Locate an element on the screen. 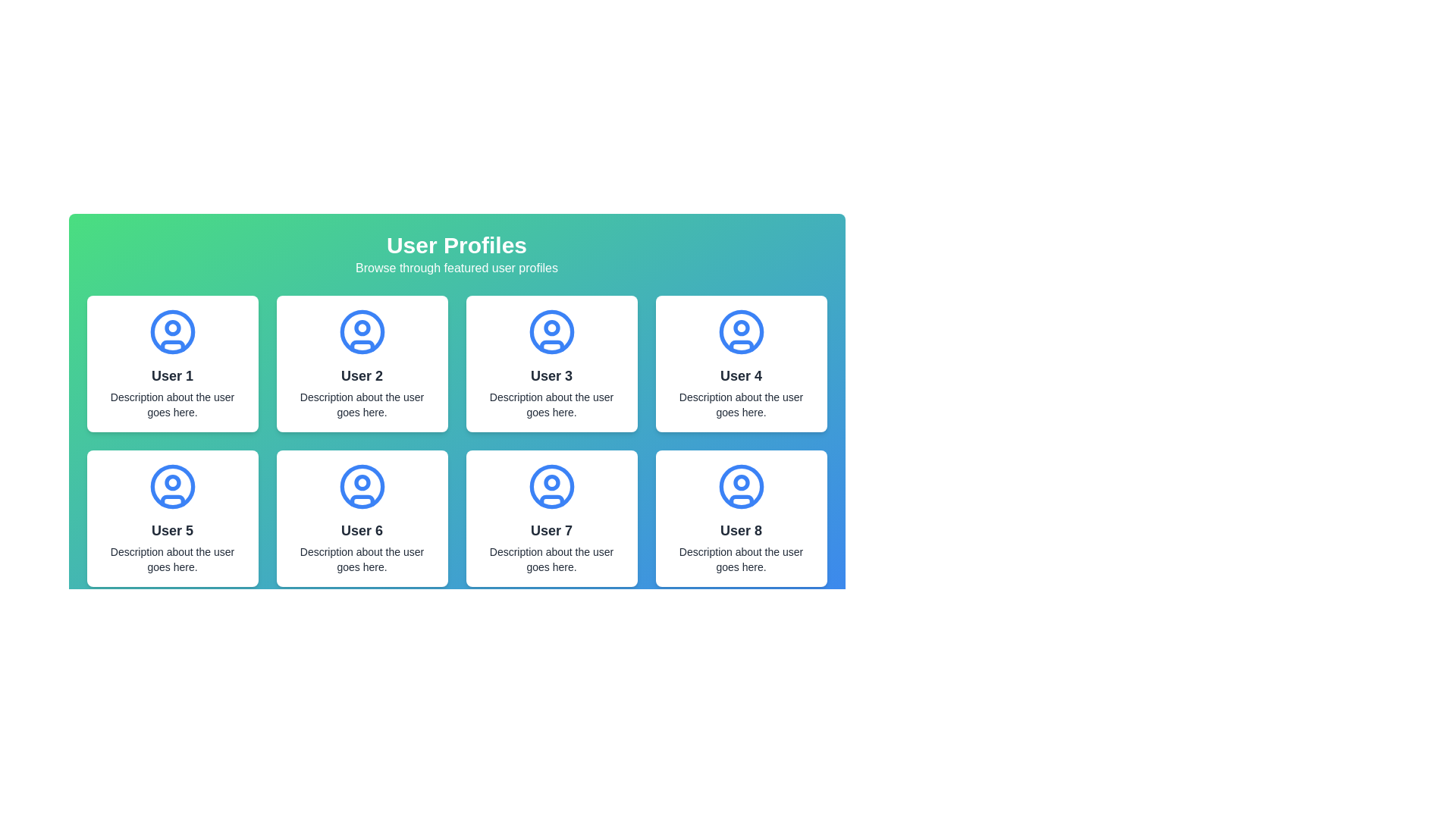 The width and height of the screenshot is (1456, 819). the user profile avatar icon located in the fifth card of user profiles, labeled 'User 5', which serves as a symbolic graphic for user identification is located at coordinates (172, 486).